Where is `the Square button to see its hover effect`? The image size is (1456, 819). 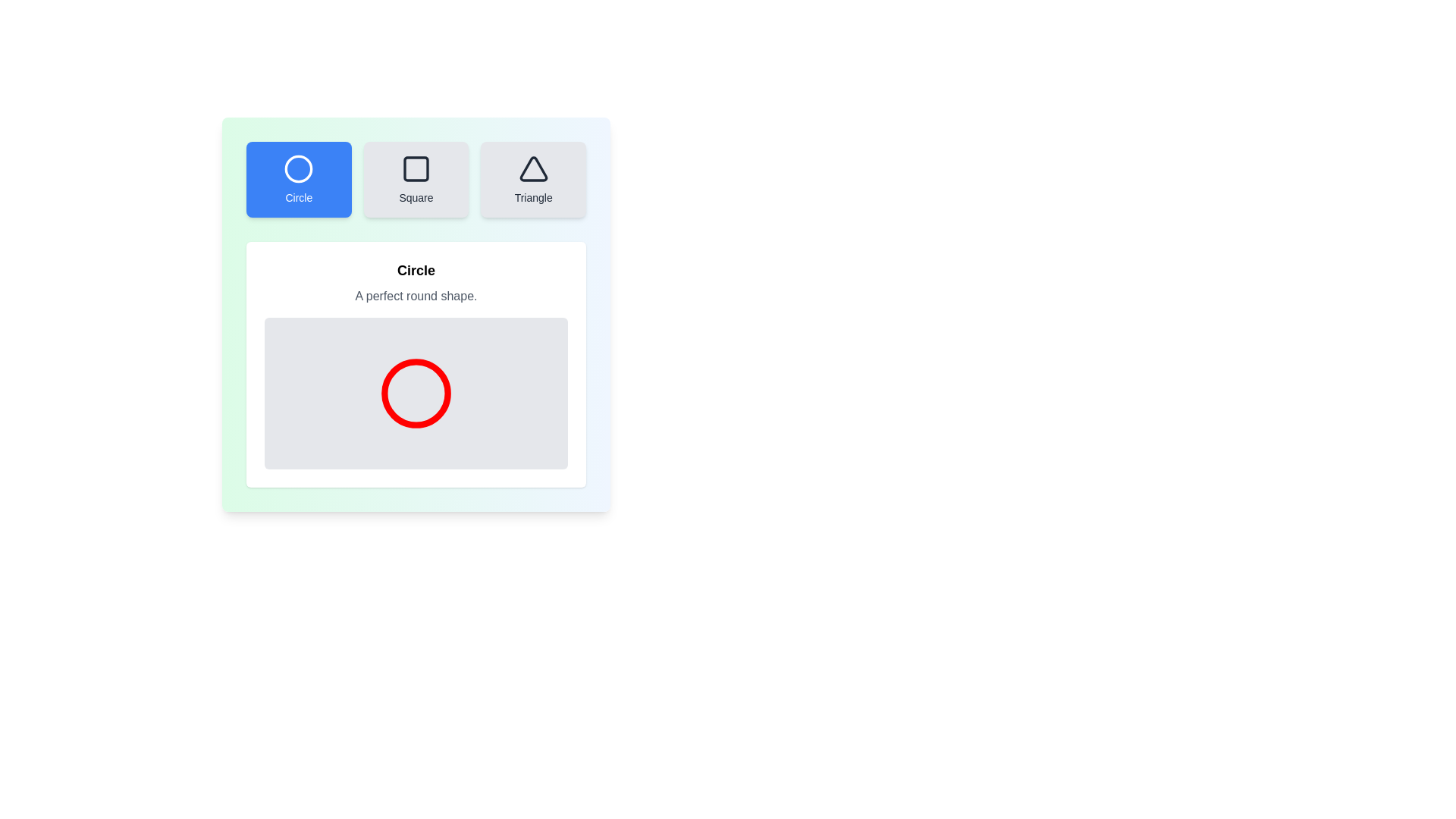
the Square button to see its hover effect is located at coordinates (416, 178).